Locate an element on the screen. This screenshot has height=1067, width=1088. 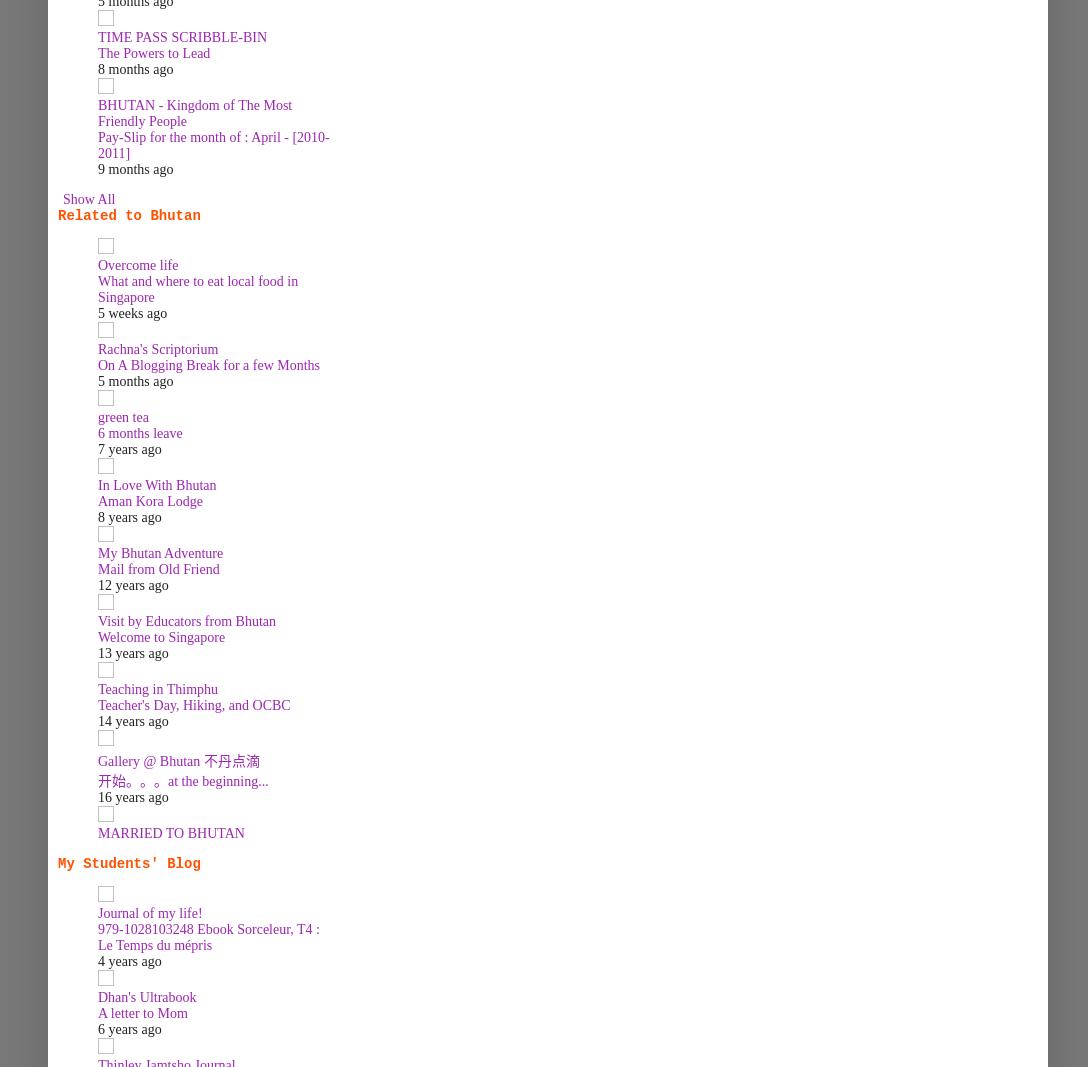
'On A Blogging Break for a few Months' is located at coordinates (208, 364).